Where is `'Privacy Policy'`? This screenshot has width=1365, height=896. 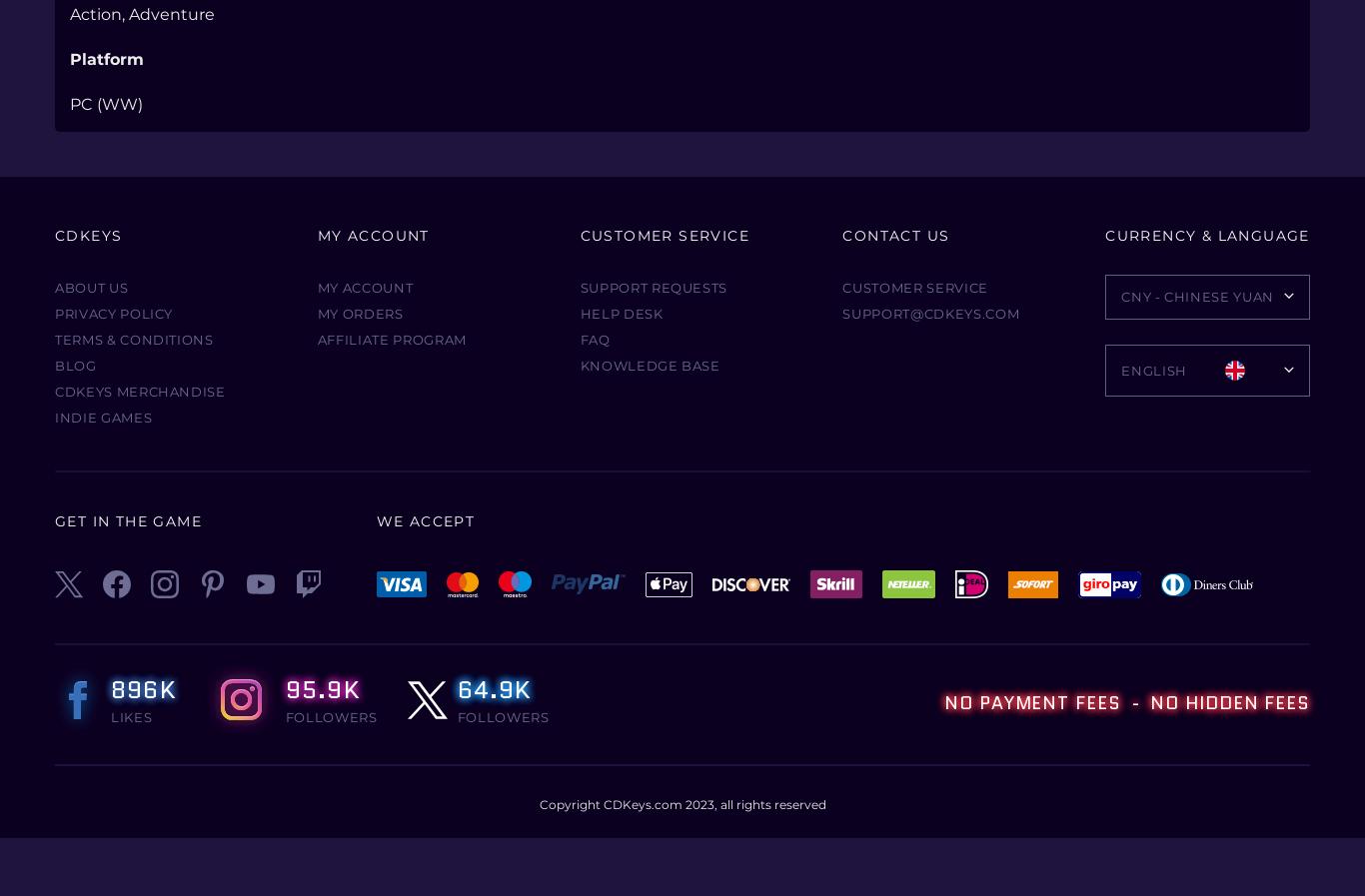 'Privacy Policy' is located at coordinates (114, 313).